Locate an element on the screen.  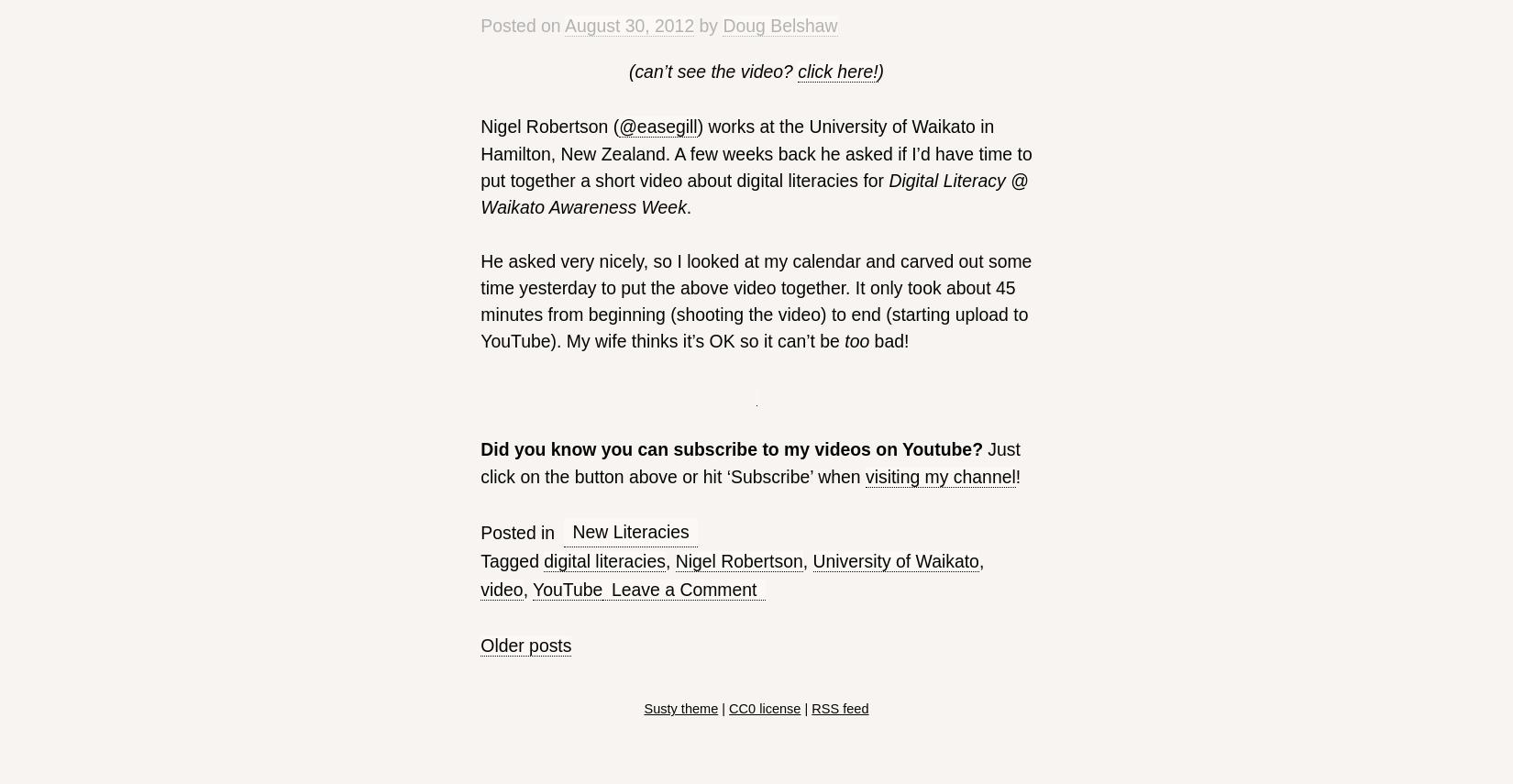
'Susty theme' is located at coordinates (679, 708).